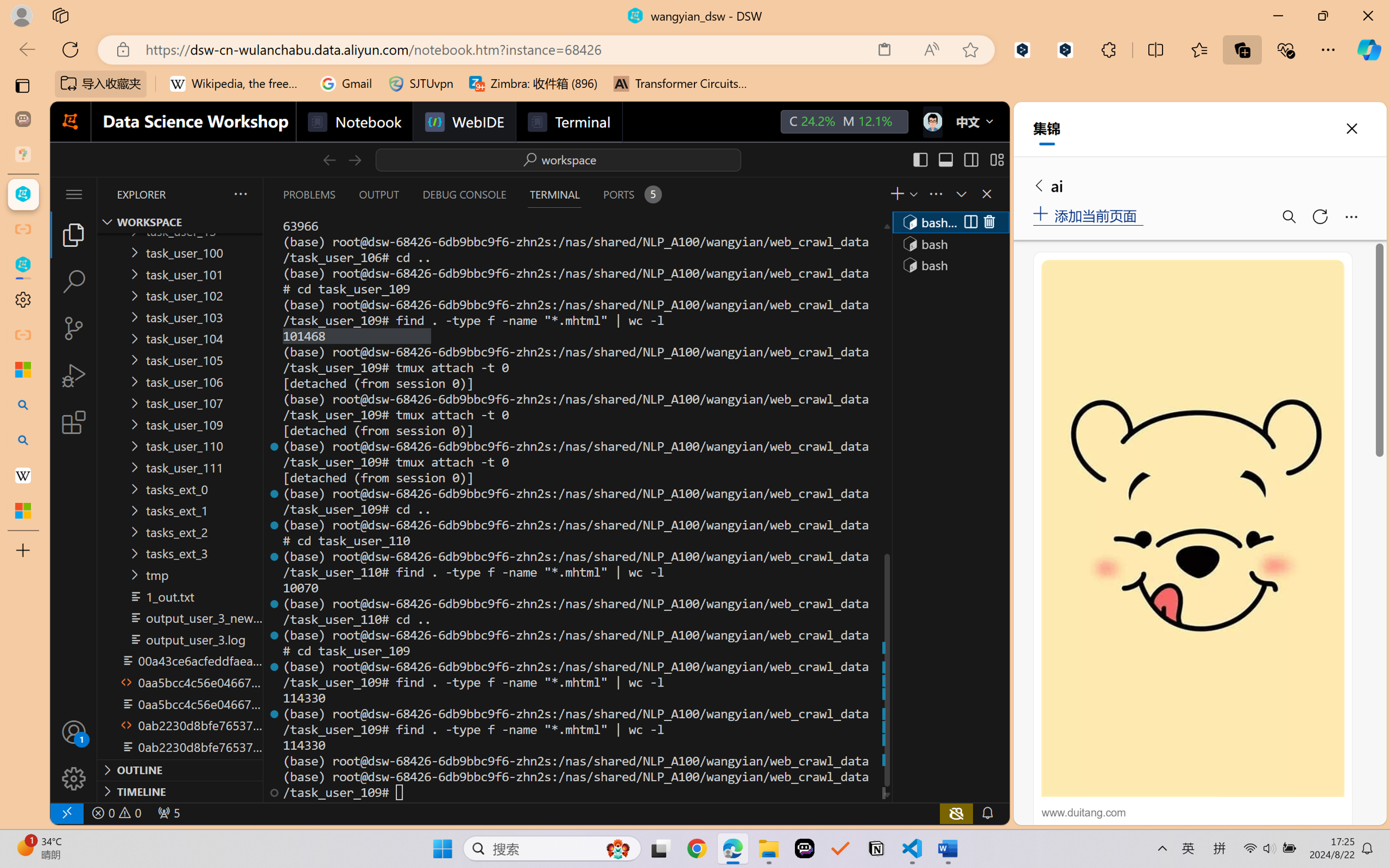  What do you see at coordinates (680, 83) in the screenshot?
I see `'Transformer Circuits Thread'` at bounding box center [680, 83].